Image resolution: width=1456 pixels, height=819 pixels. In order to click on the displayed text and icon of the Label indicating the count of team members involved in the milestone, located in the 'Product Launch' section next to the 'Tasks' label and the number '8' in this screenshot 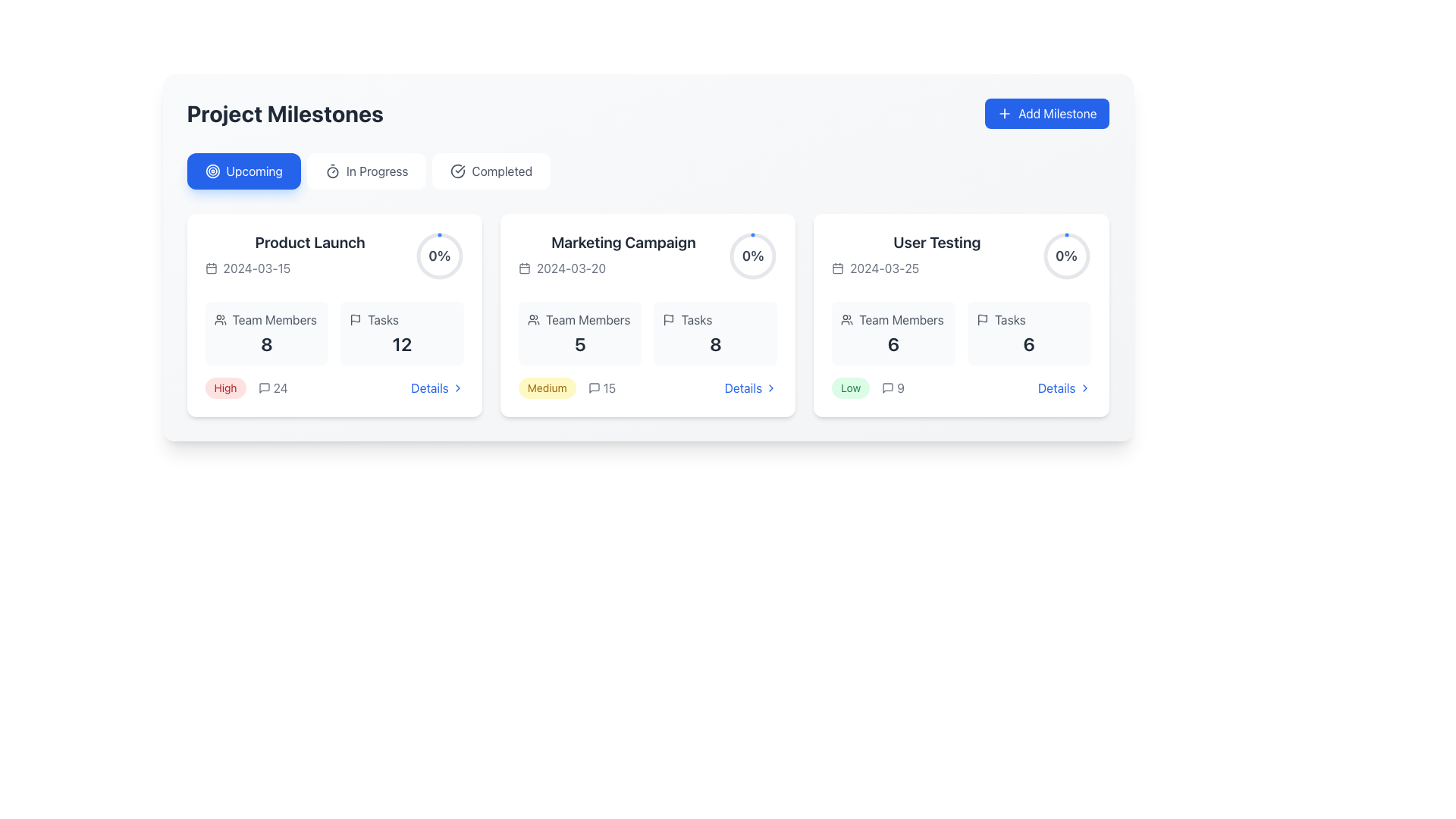, I will do `click(266, 318)`.